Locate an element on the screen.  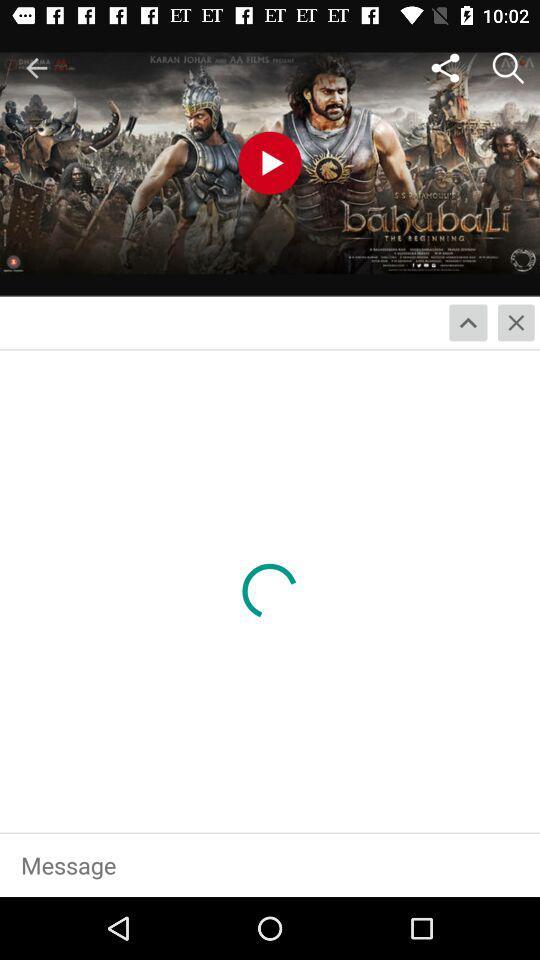
the close icon is located at coordinates (516, 322).